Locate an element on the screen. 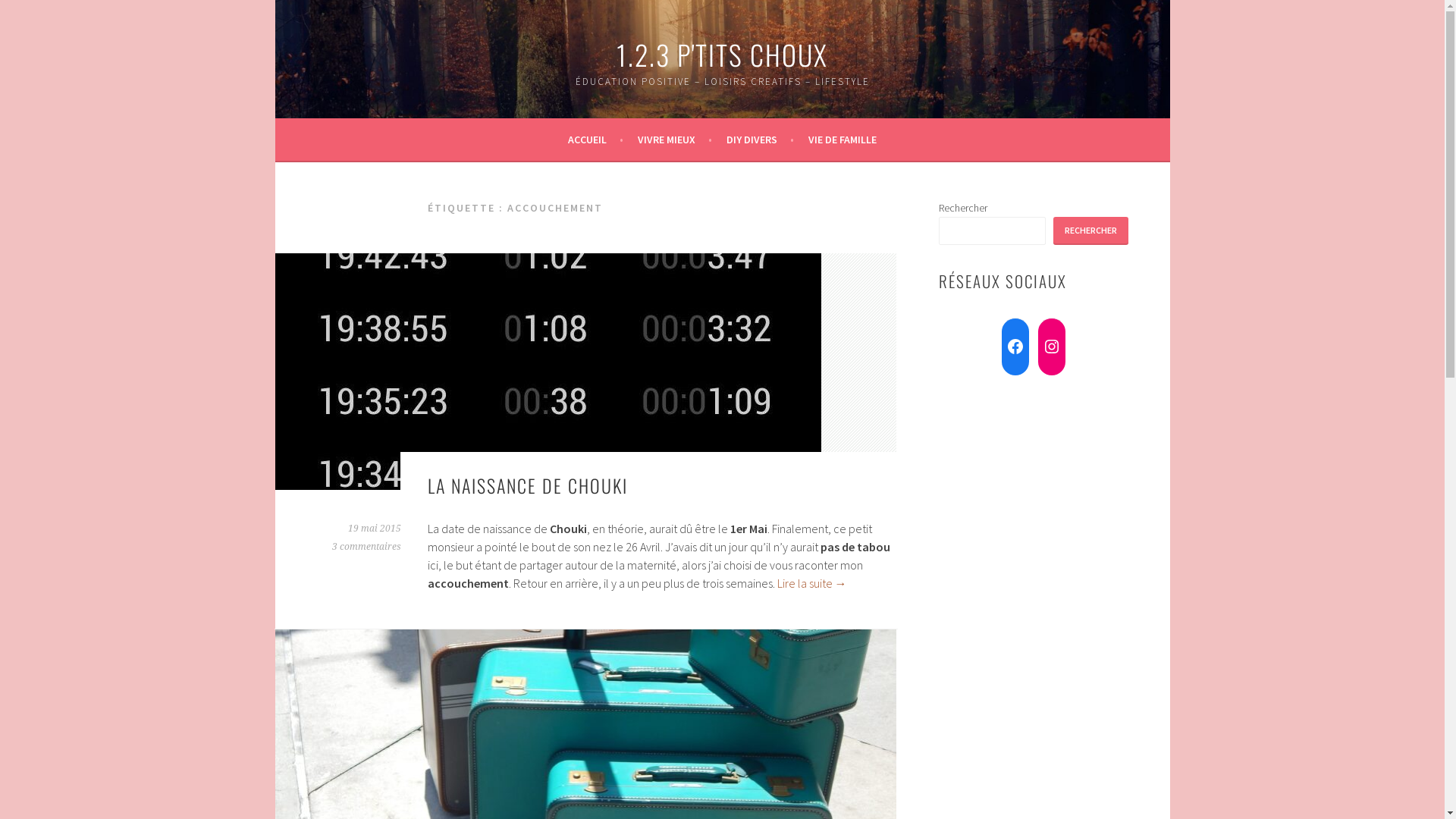 This screenshot has width=1456, height=819. 'VIVRE MIEUX' is located at coordinates (673, 140).